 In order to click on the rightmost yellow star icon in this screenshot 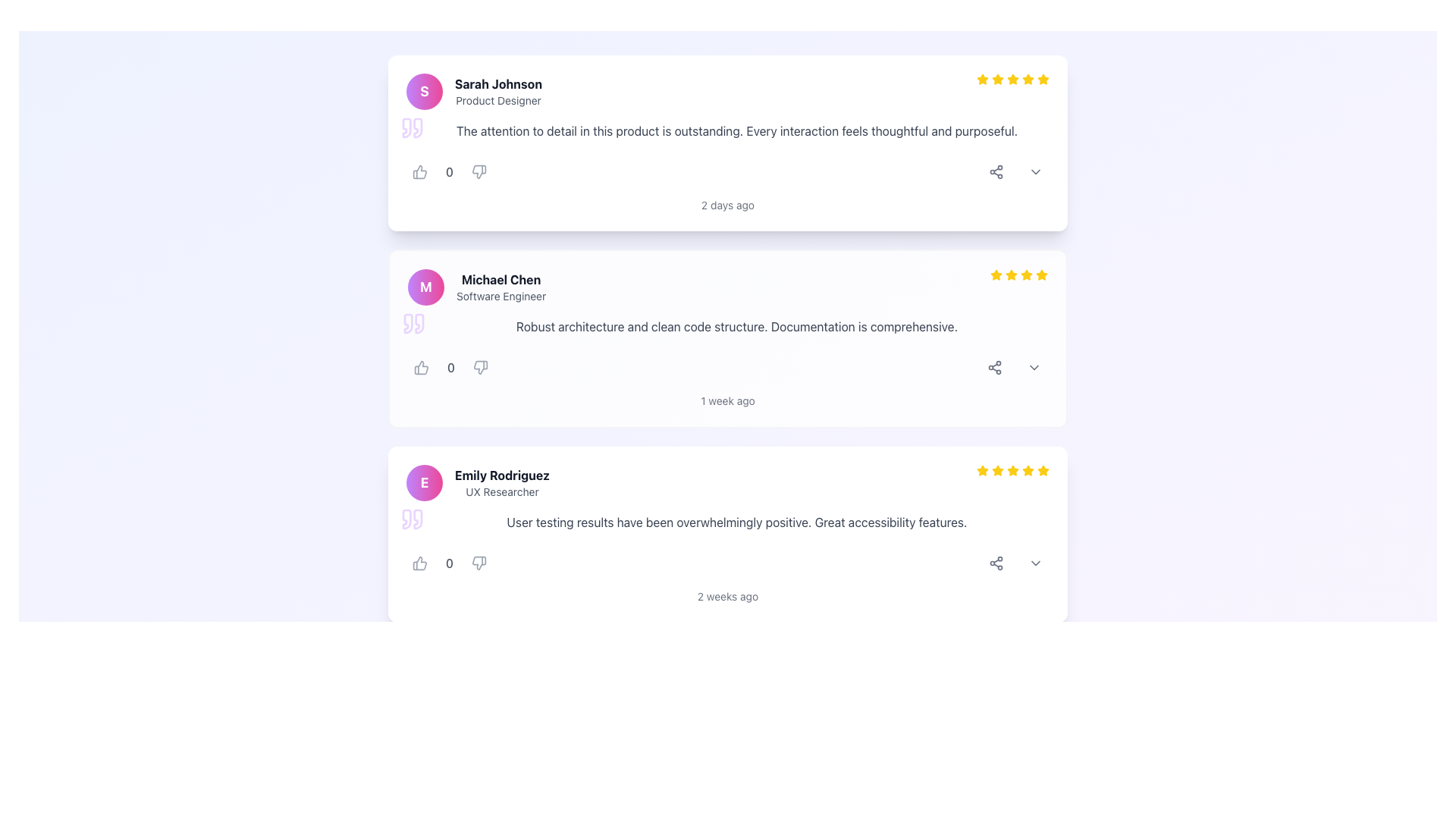, I will do `click(983, 469)`.